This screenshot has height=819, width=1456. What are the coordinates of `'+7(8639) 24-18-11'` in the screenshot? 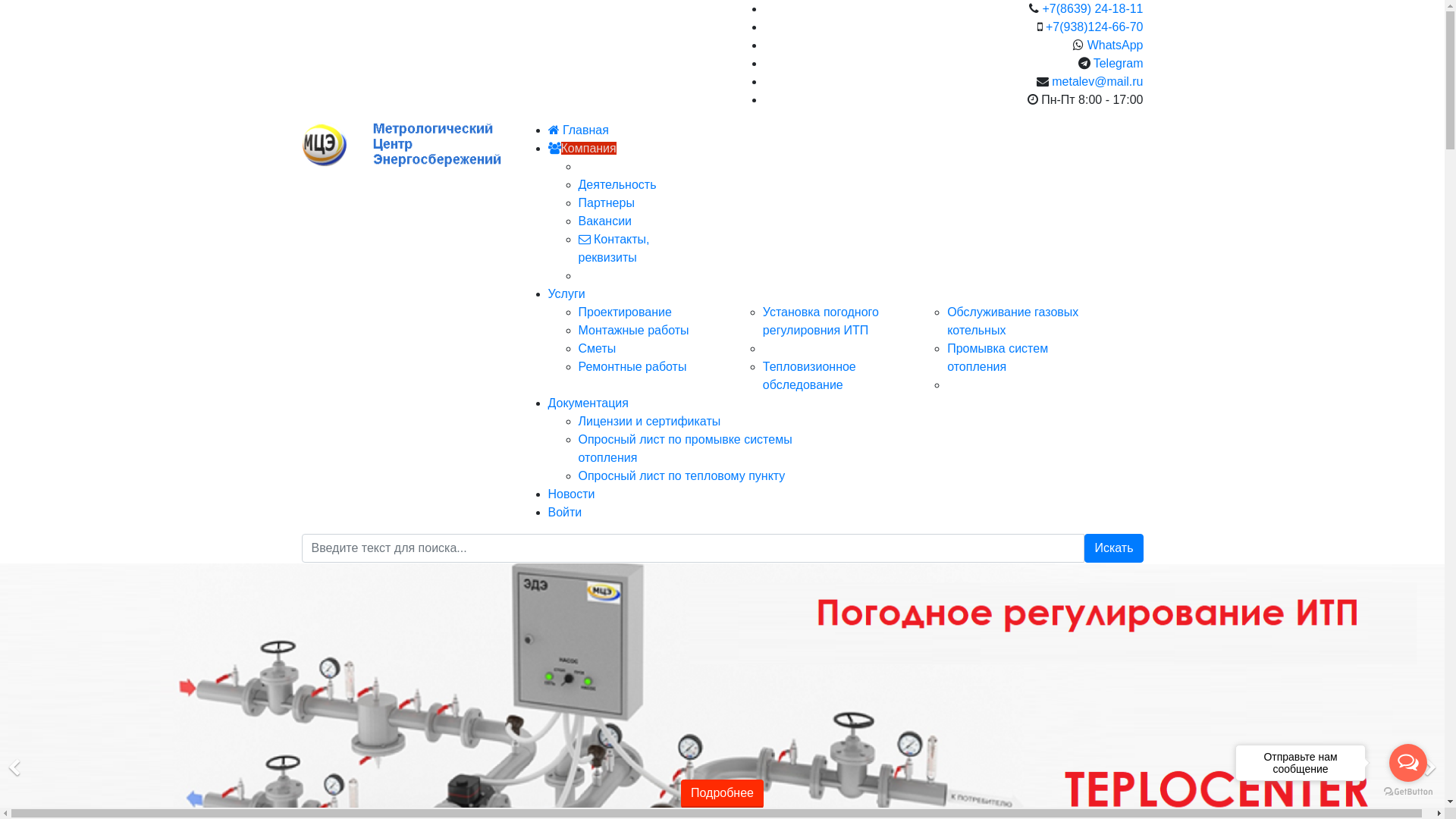 It's located at (1041, 8).